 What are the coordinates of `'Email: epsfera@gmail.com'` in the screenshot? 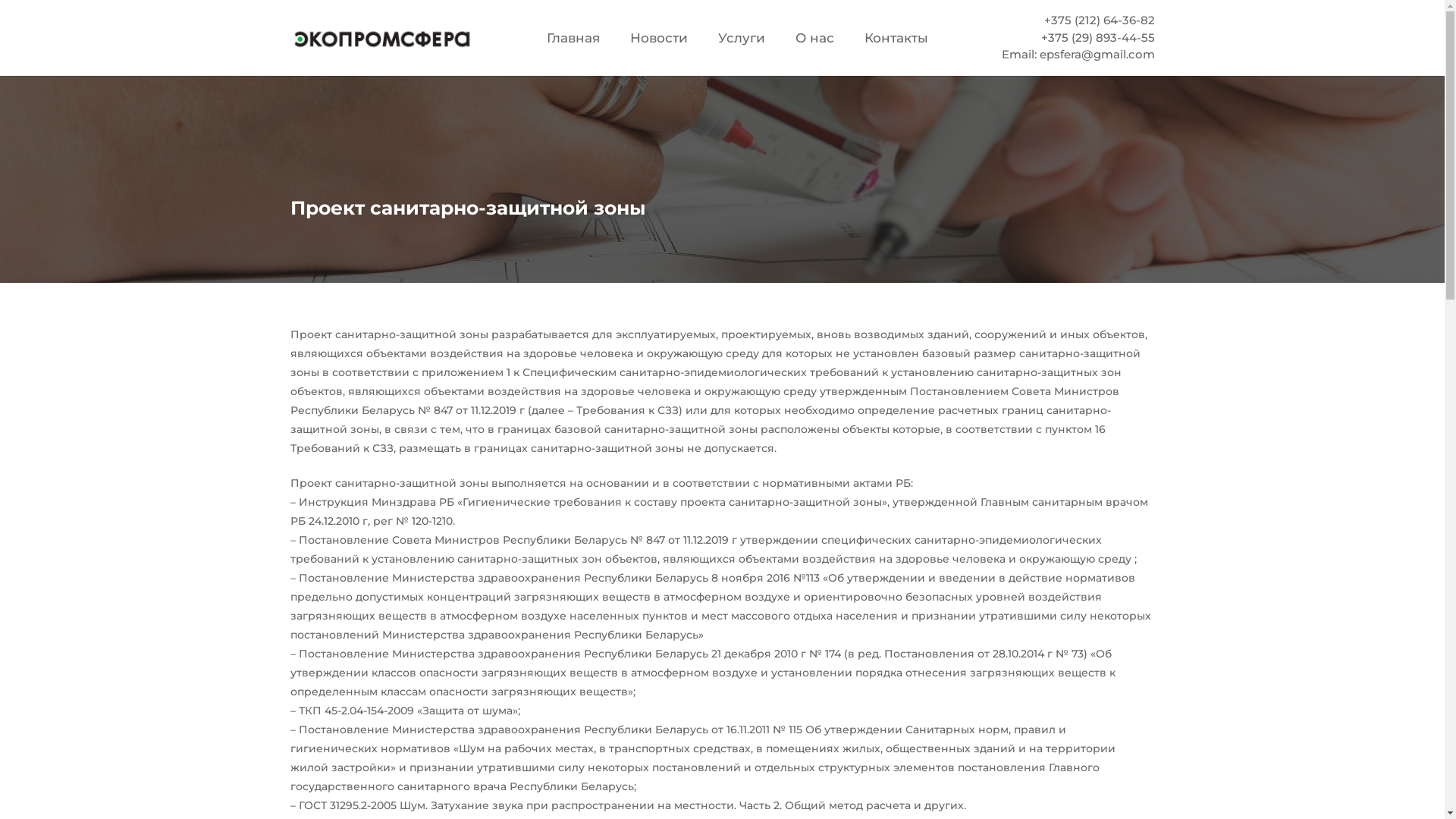 It's located at (1077, 53).